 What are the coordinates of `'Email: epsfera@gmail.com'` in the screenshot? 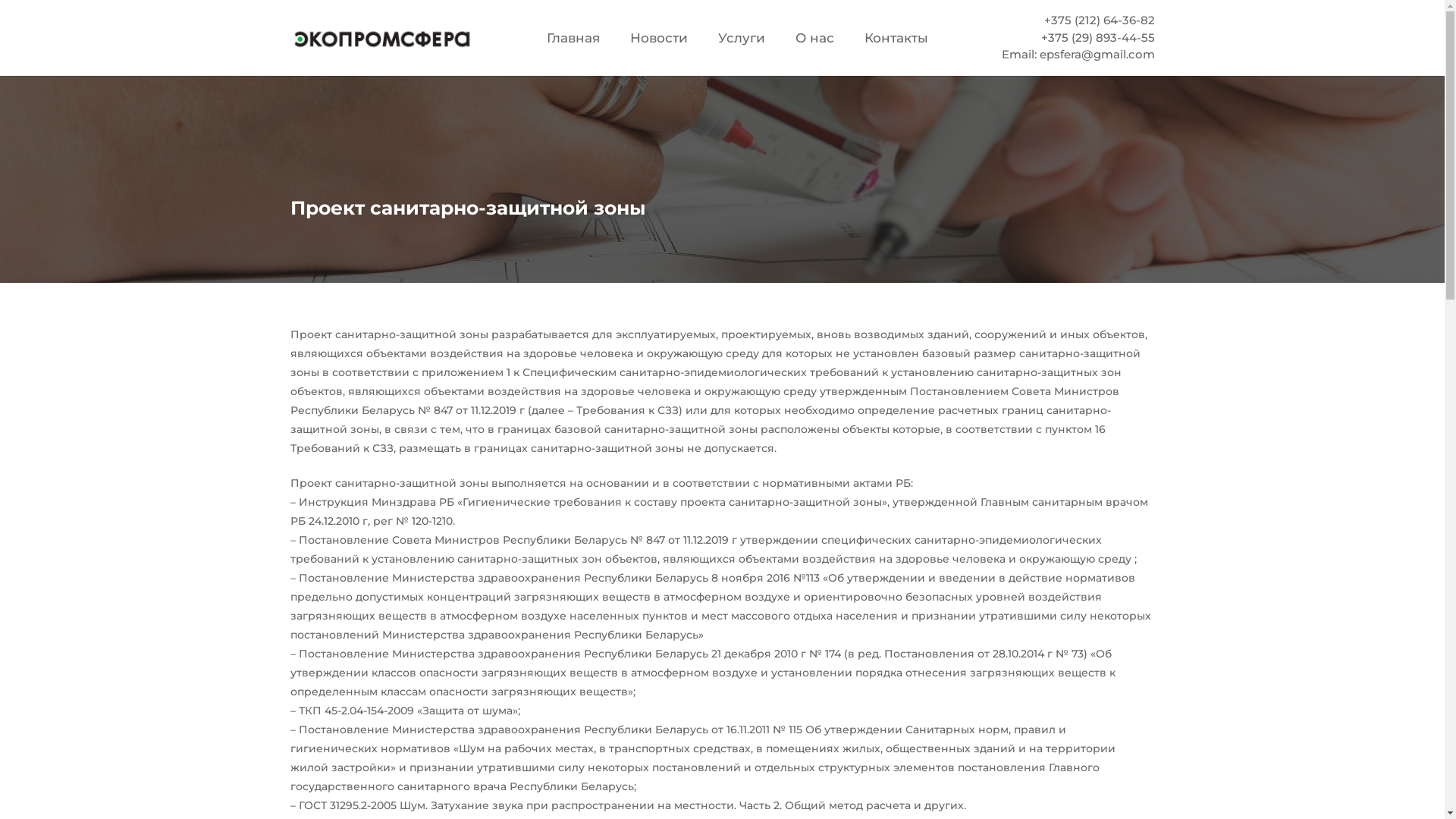 It's located at (1077, 53).